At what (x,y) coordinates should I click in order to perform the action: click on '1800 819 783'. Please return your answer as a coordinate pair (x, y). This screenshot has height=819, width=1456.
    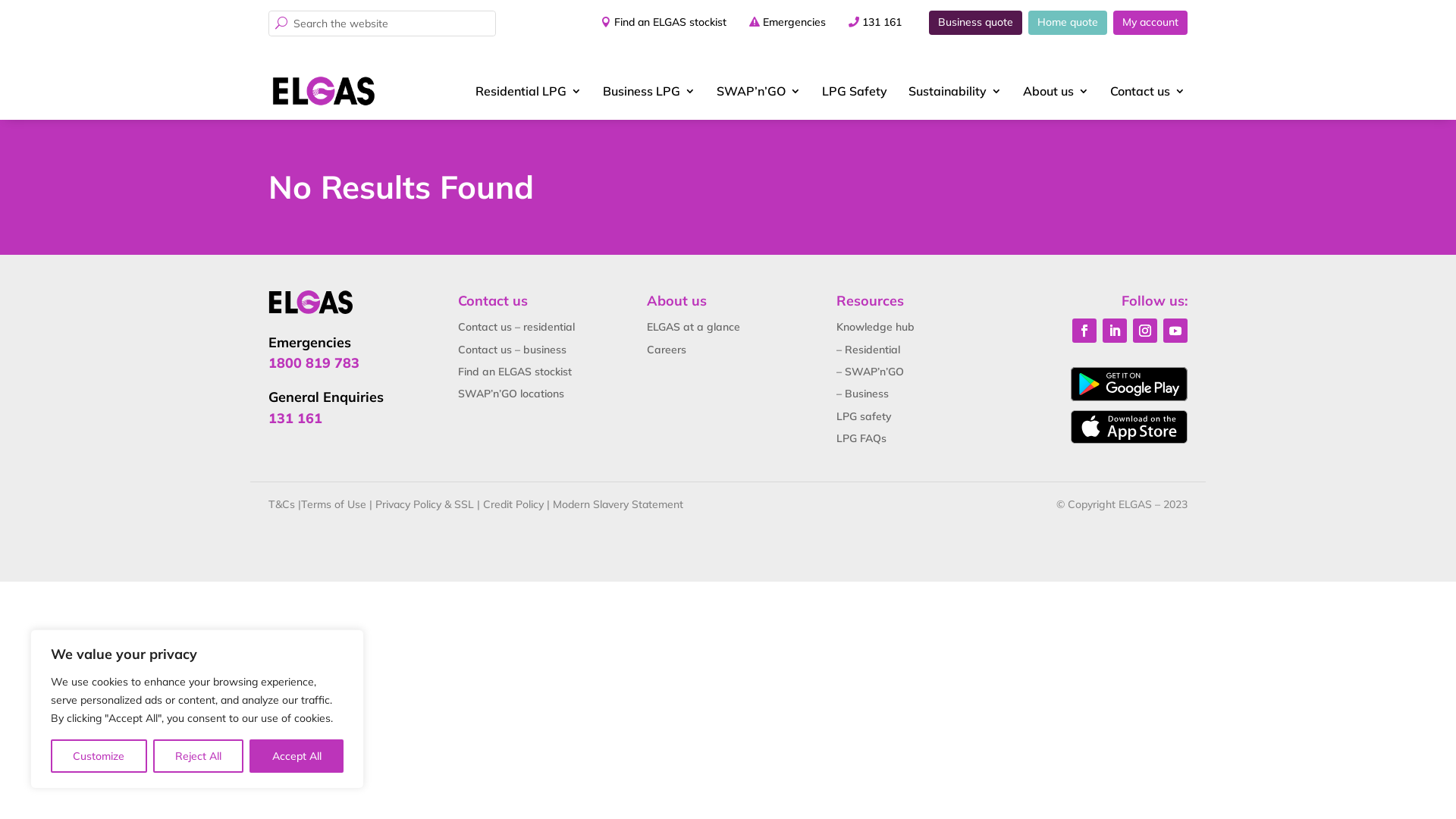
    Looking at the image, I should click on (312, 362).